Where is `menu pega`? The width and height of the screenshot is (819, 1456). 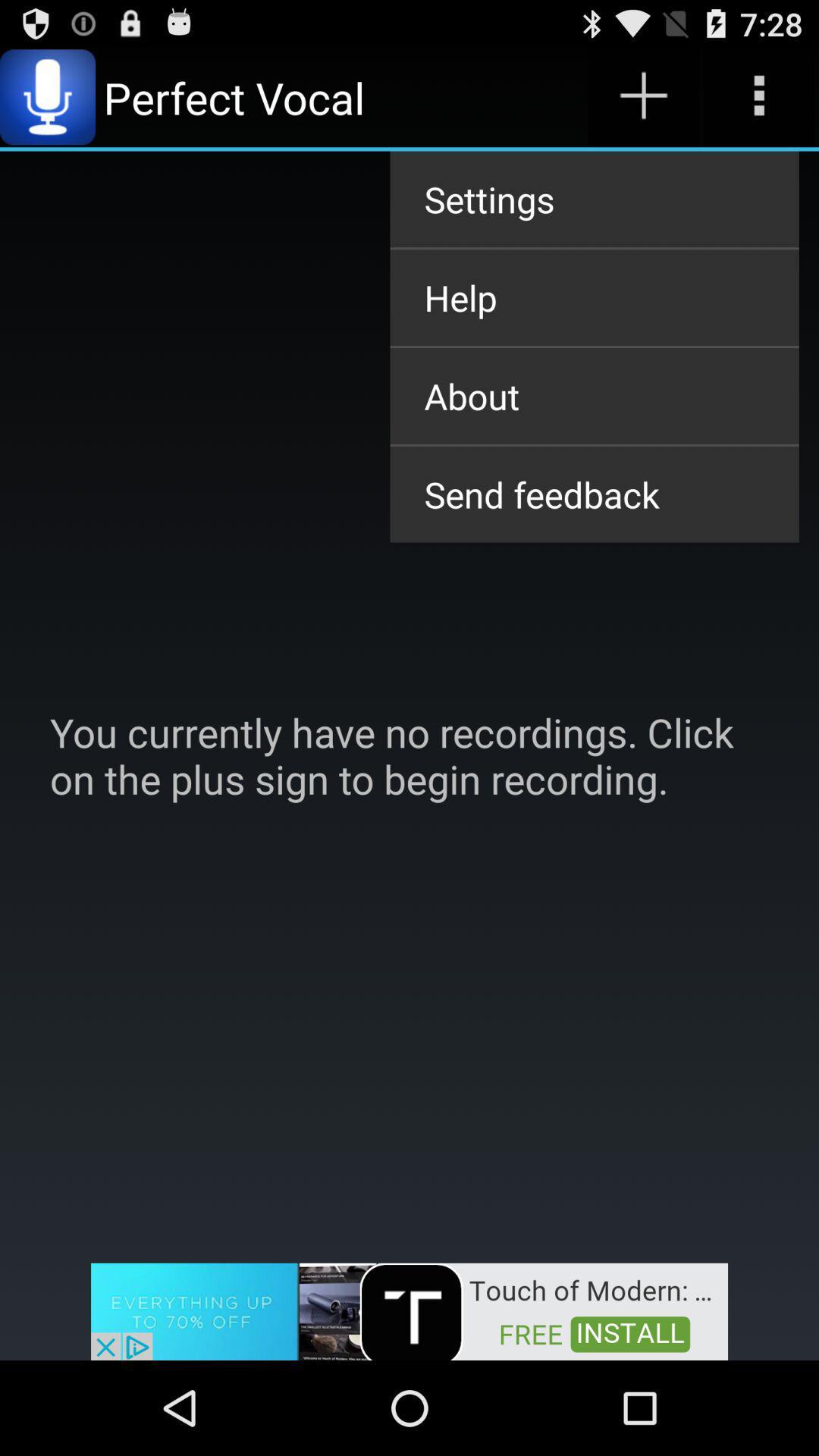 menu pega is located at coordinates (643, 96).